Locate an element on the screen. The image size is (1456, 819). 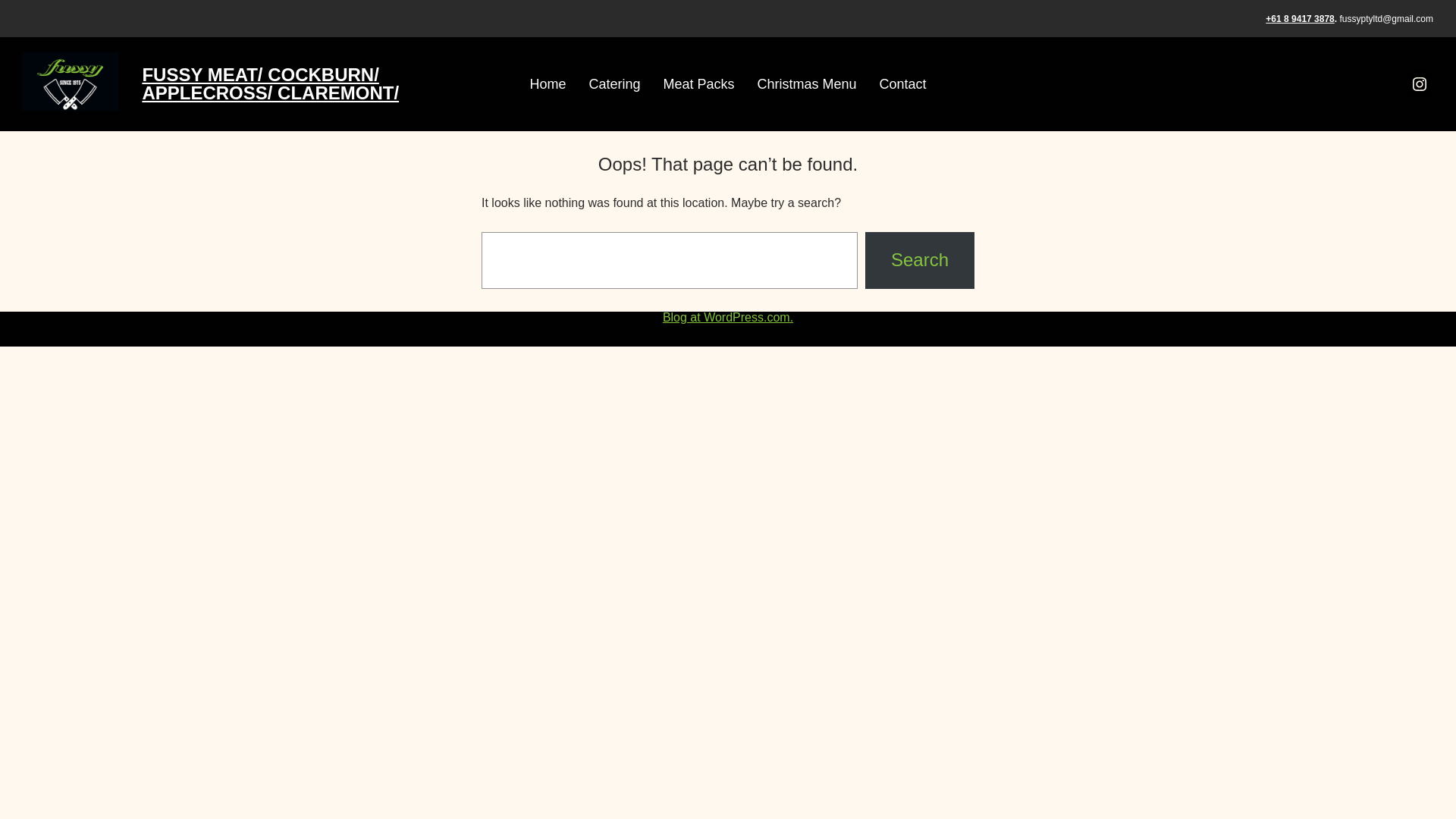
'+61 8 9417 3878' is located at coordinates (1298, 18).